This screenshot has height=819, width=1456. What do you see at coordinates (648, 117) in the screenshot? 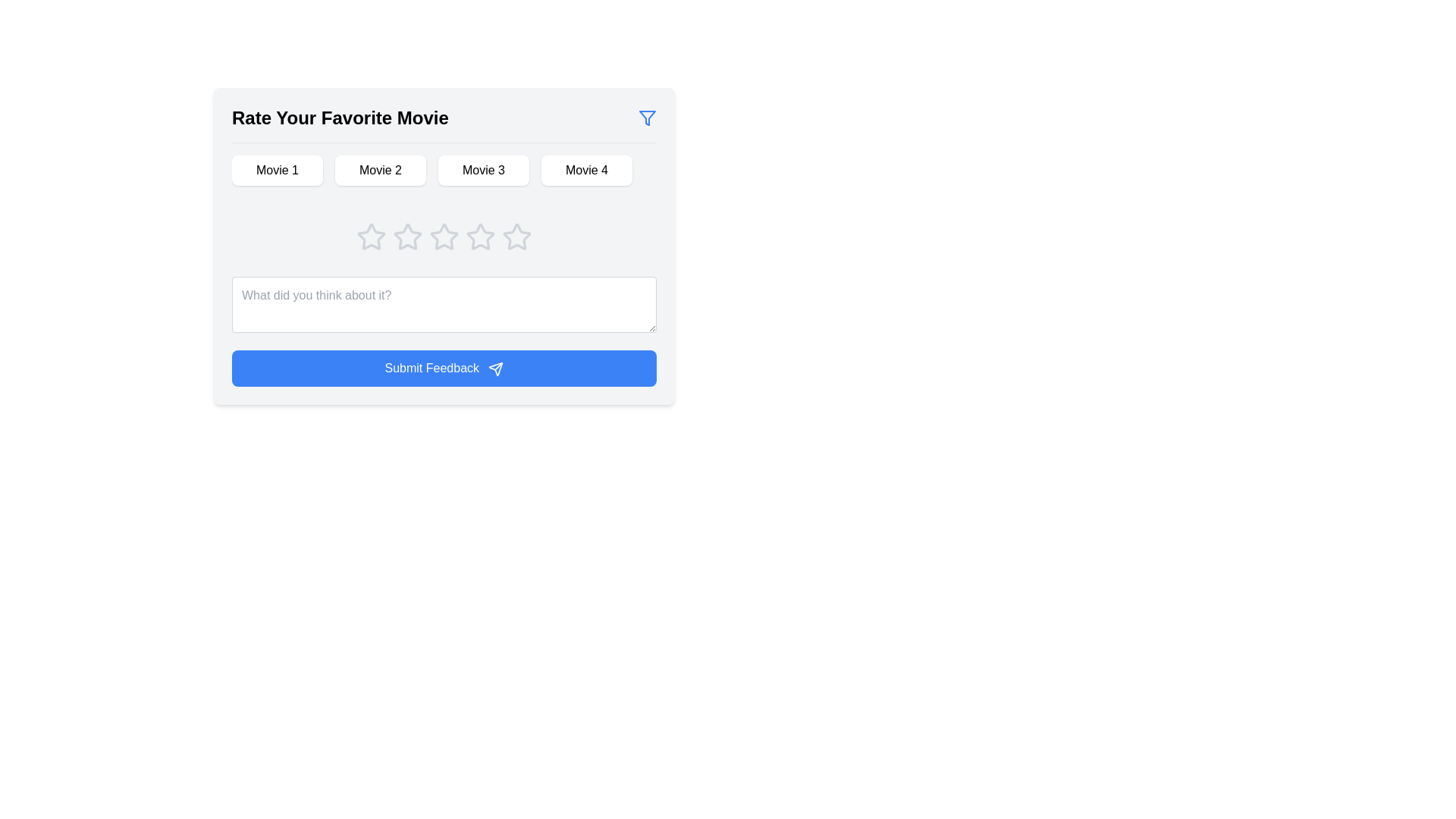
I see `the blue filter icon button styled as an outlined funnel located to the right of the 'Rate Your Favorite Movie' text to trigger a tooltip or visual feedback` at bounding box center [648, 117].